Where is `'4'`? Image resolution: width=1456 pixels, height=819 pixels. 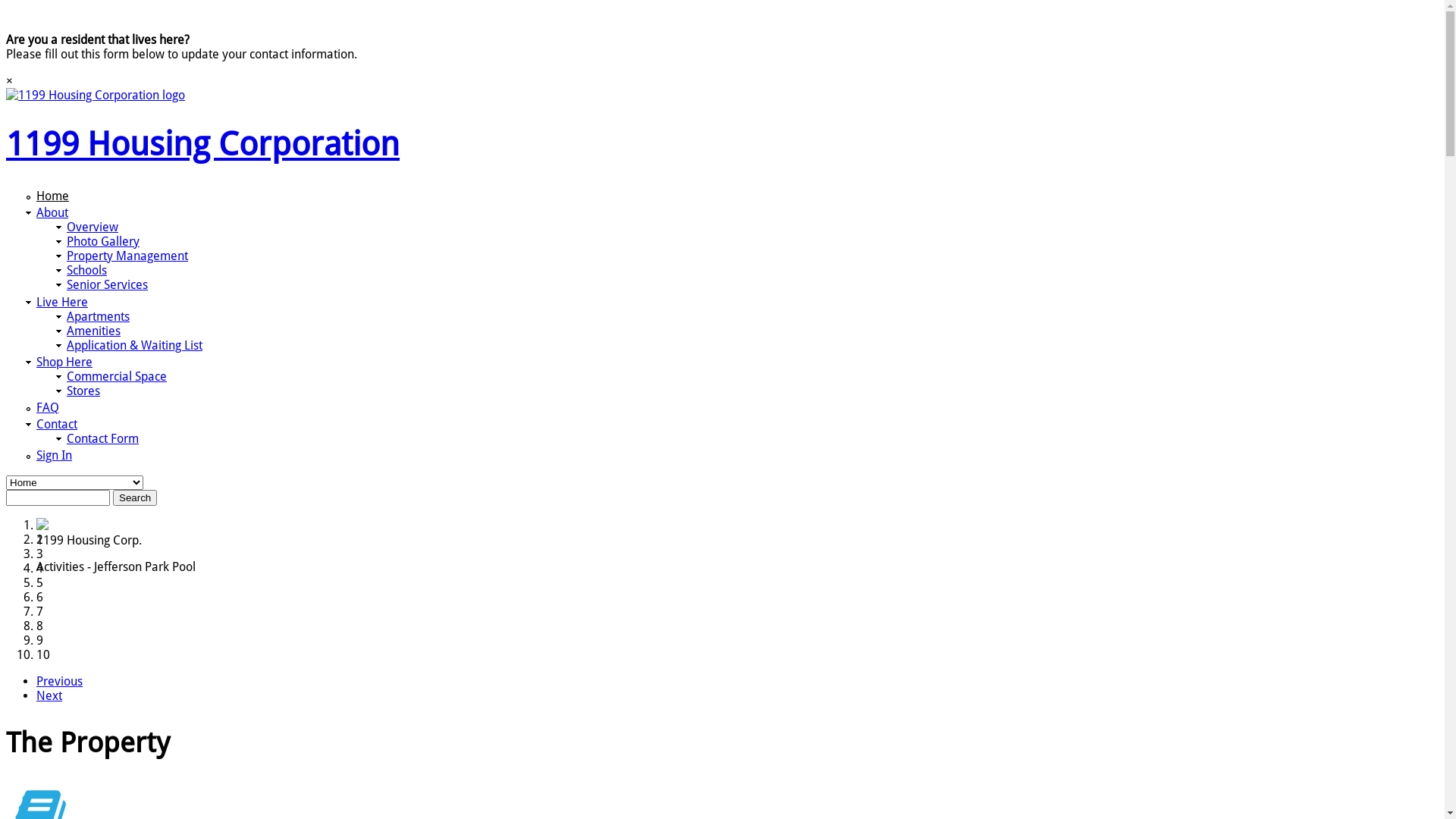 '4' is located at coordinates (39, 568).